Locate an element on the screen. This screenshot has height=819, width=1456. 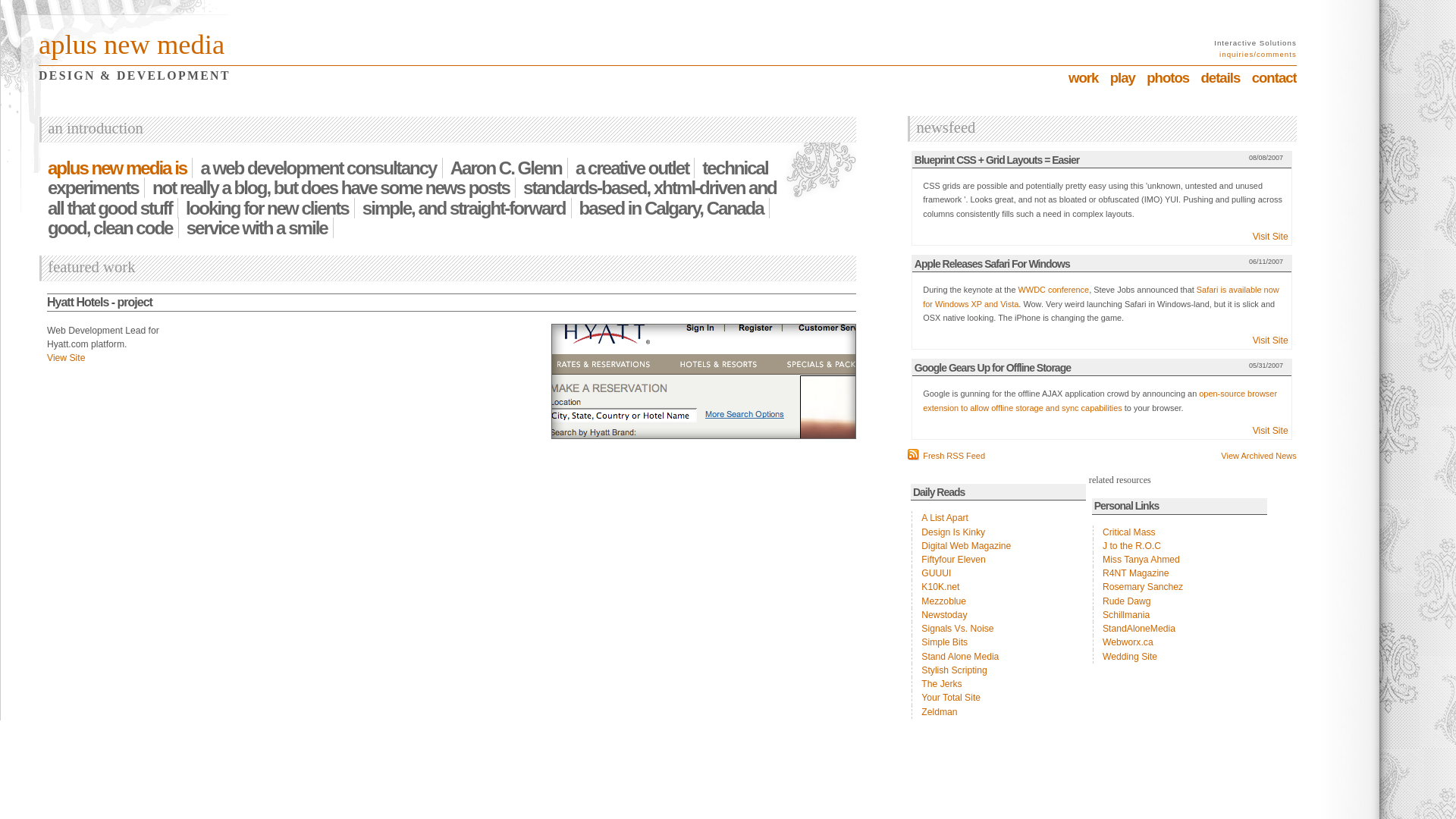
'Safari is available now for Windows XP and Vista' is located at coordinates (1100, 296).